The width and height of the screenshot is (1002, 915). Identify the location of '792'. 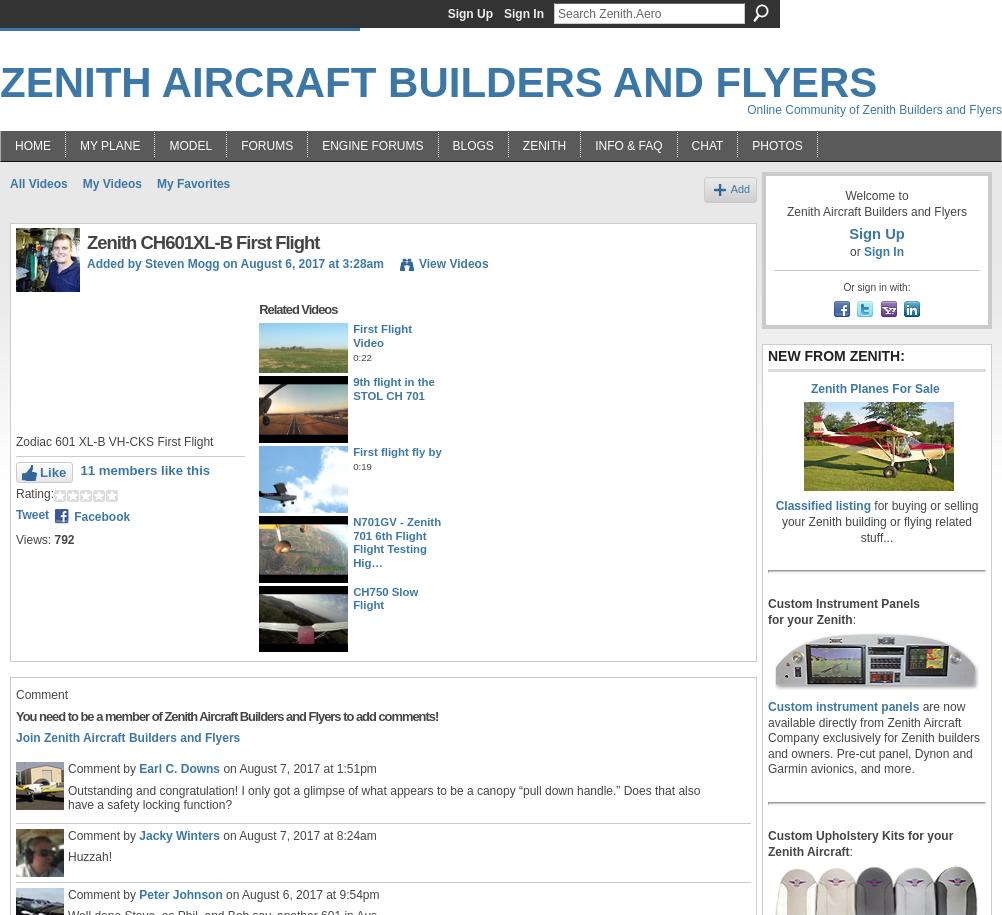
(64, 540).